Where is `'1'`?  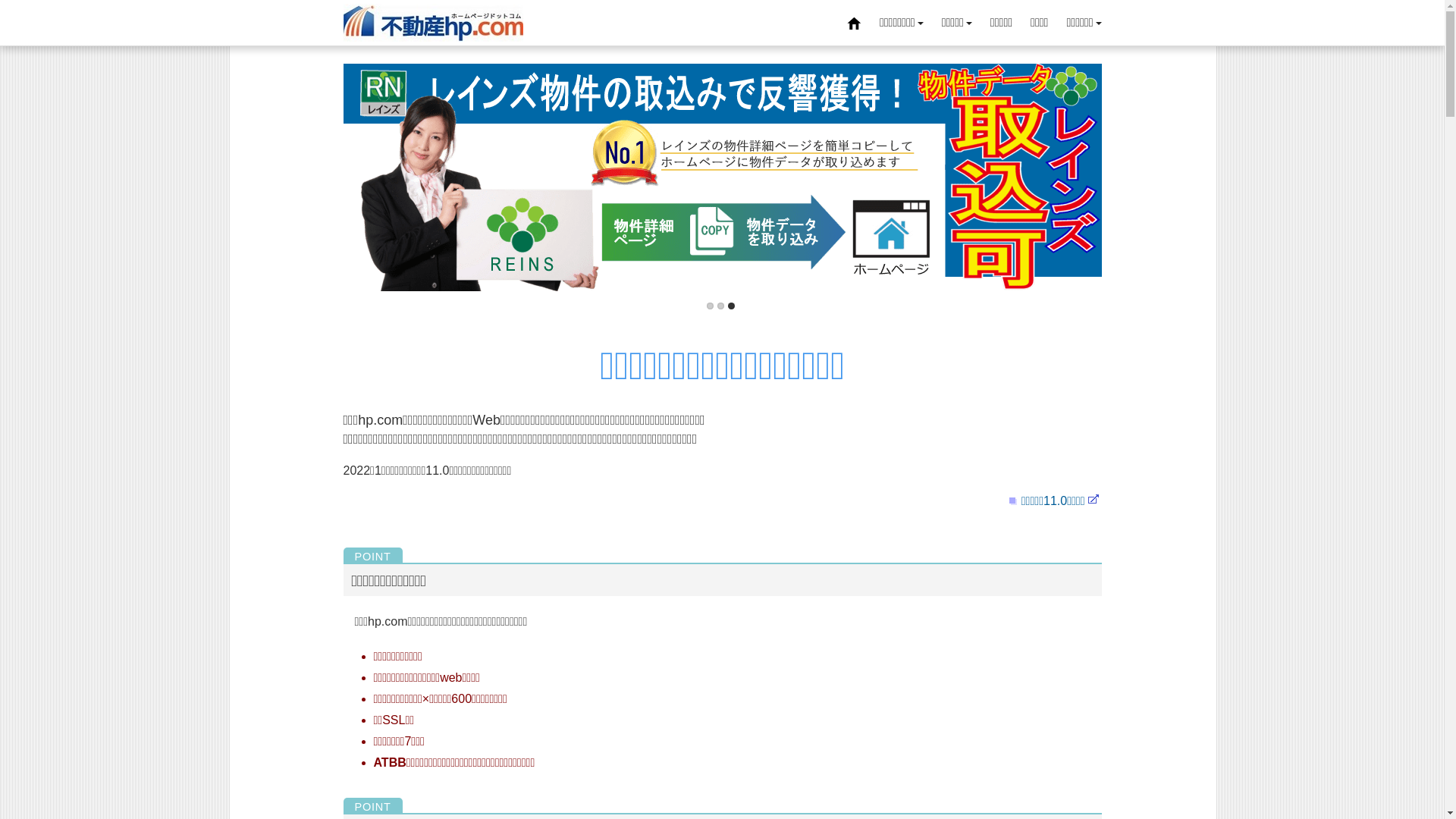
'1' is located at coordinates (709, 306).